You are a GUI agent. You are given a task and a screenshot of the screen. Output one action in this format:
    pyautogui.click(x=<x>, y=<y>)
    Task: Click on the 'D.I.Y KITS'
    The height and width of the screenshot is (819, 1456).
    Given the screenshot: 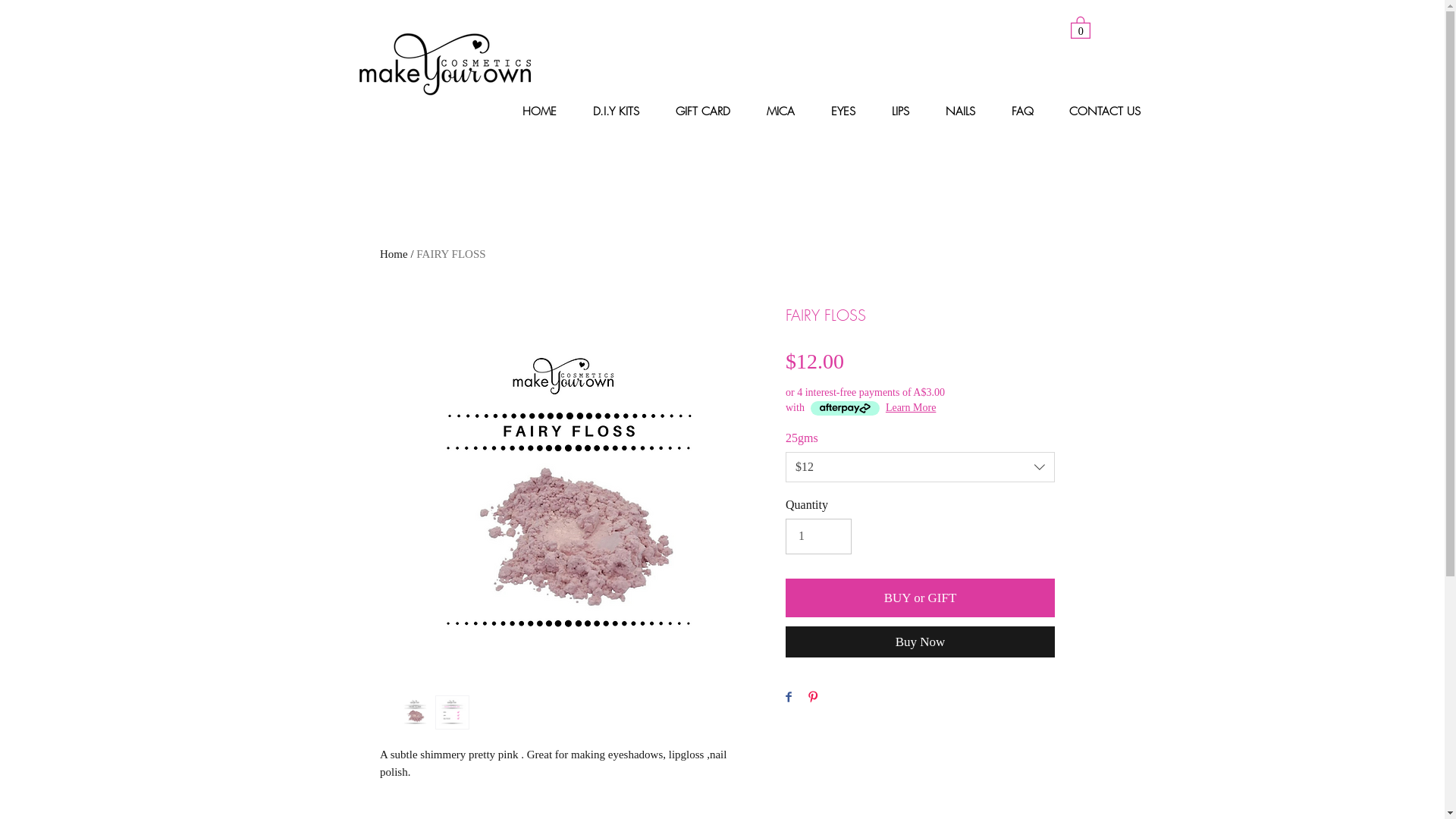 What is the action you would take?
    pyautogui.click(x=580, y=111)
    